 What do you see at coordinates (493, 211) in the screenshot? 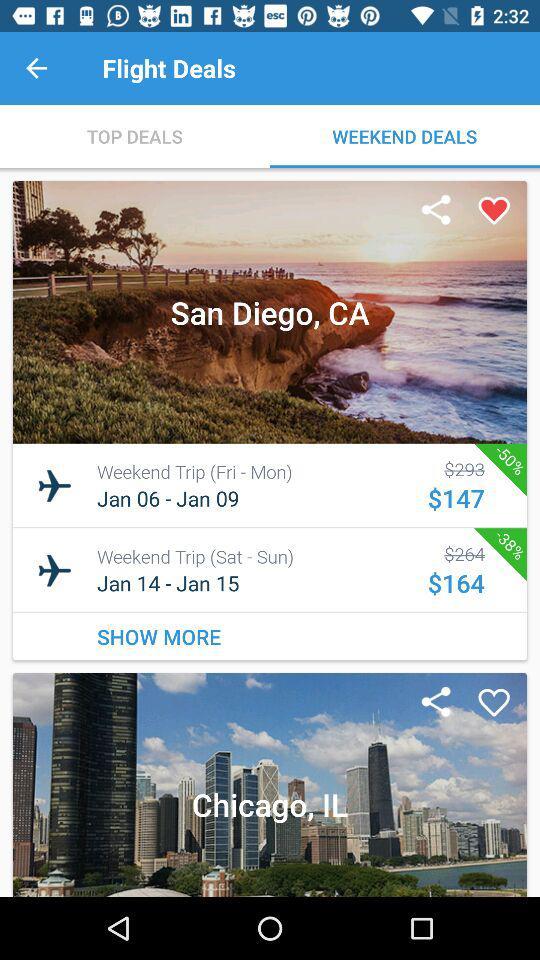
I see `the destination` at bounding box center [493, 211].